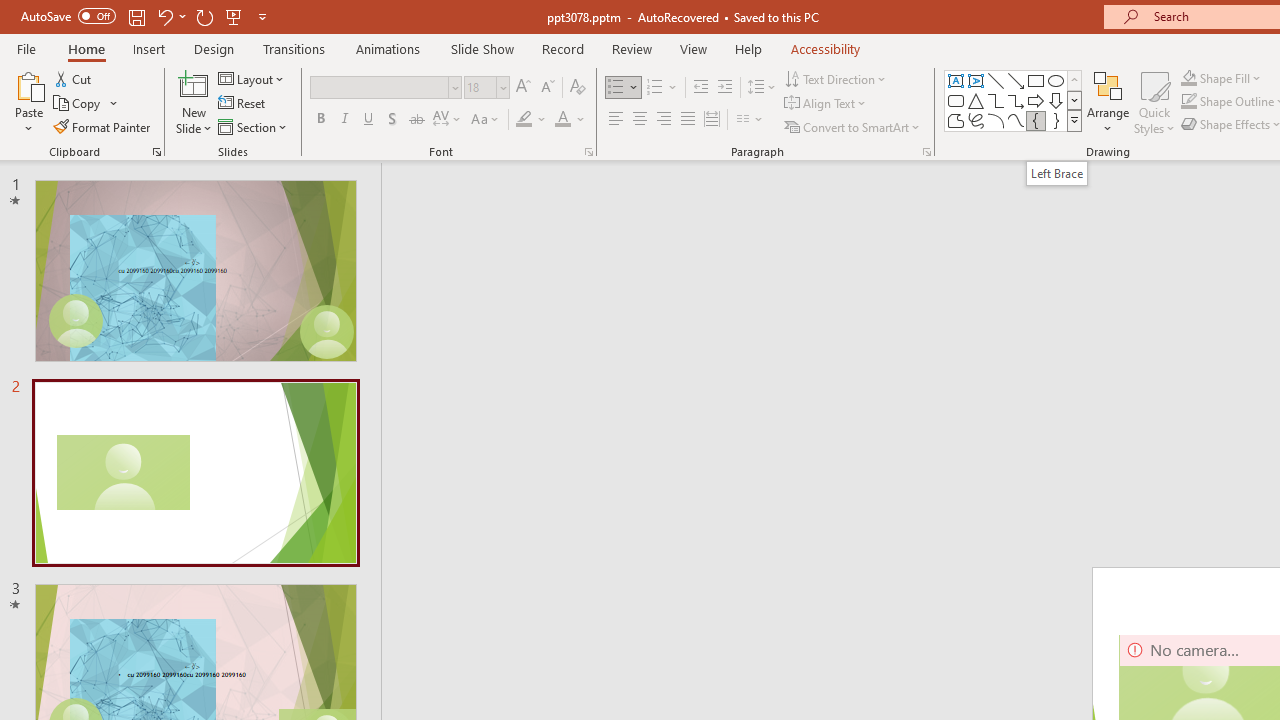 This screenshot has height=720, width=1280. I want to click on 'Text Highlight Color Yellow', so click(524, 119).